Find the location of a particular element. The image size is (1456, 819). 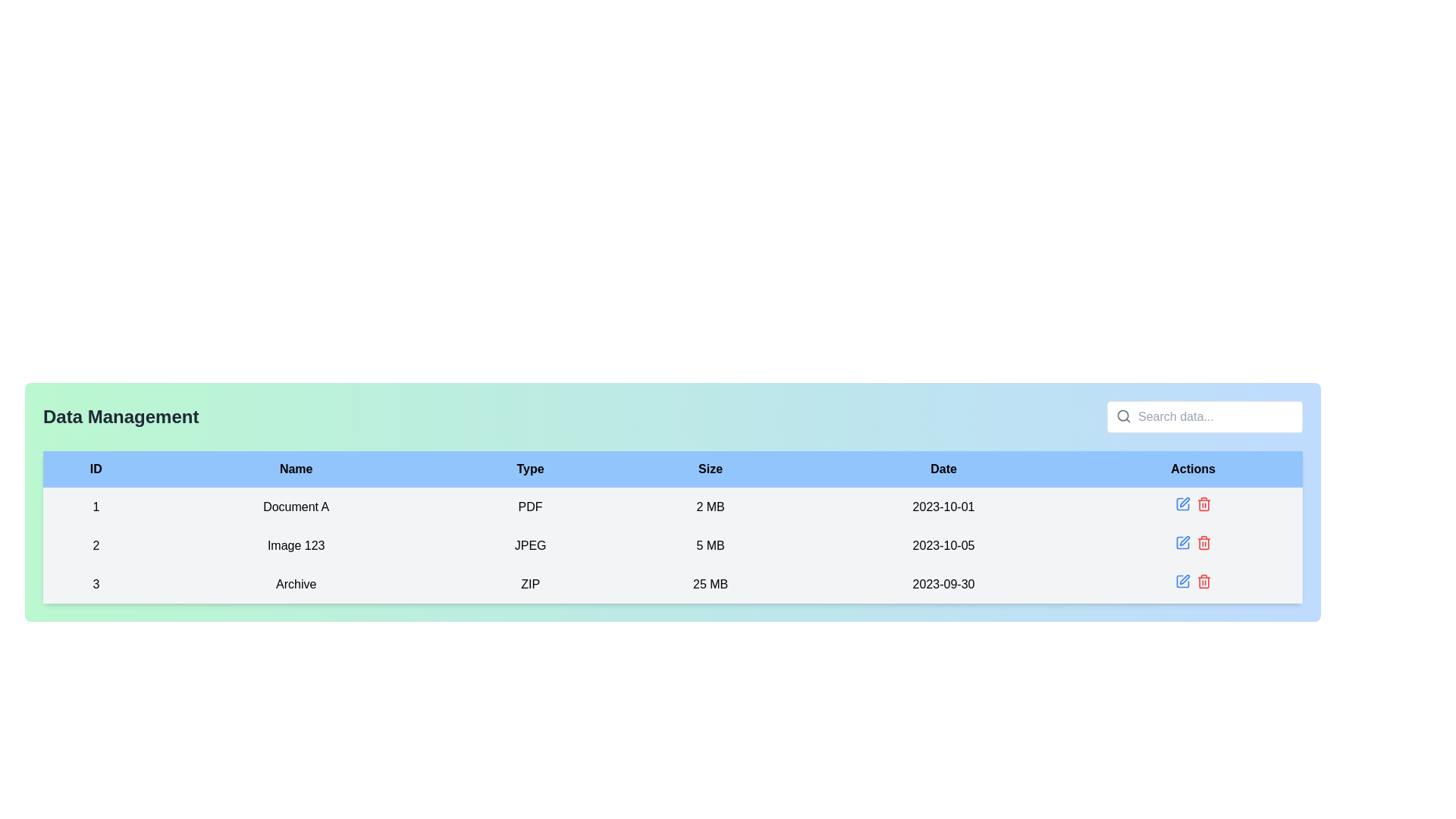

the edit icon located in the 'Actions' column of the data table for the third row, which corresponds to the 'Archive' entry is located at coordinates (1181, 581).